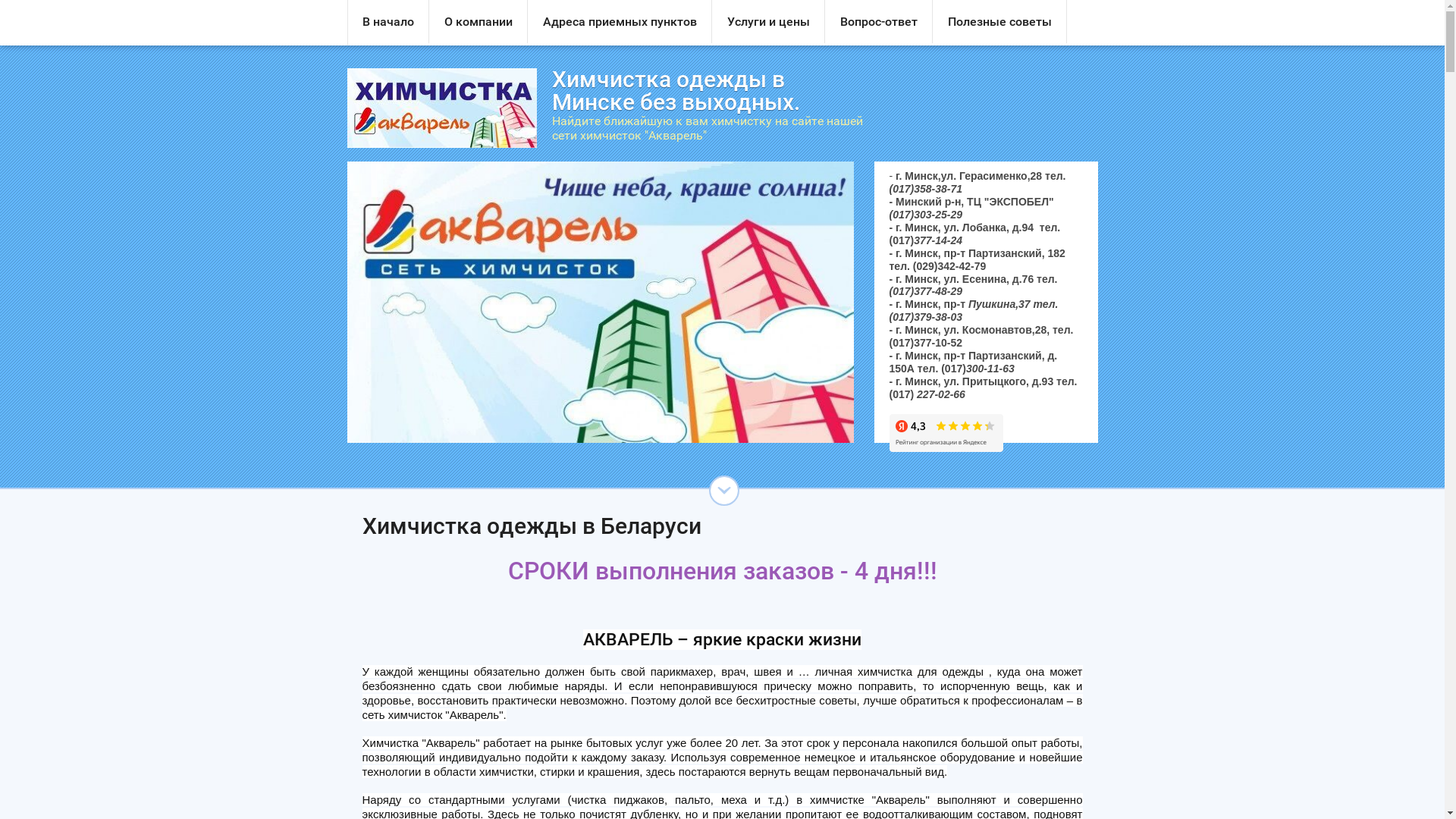  I want to click on '(017)379-38-03', so click(924, 315).